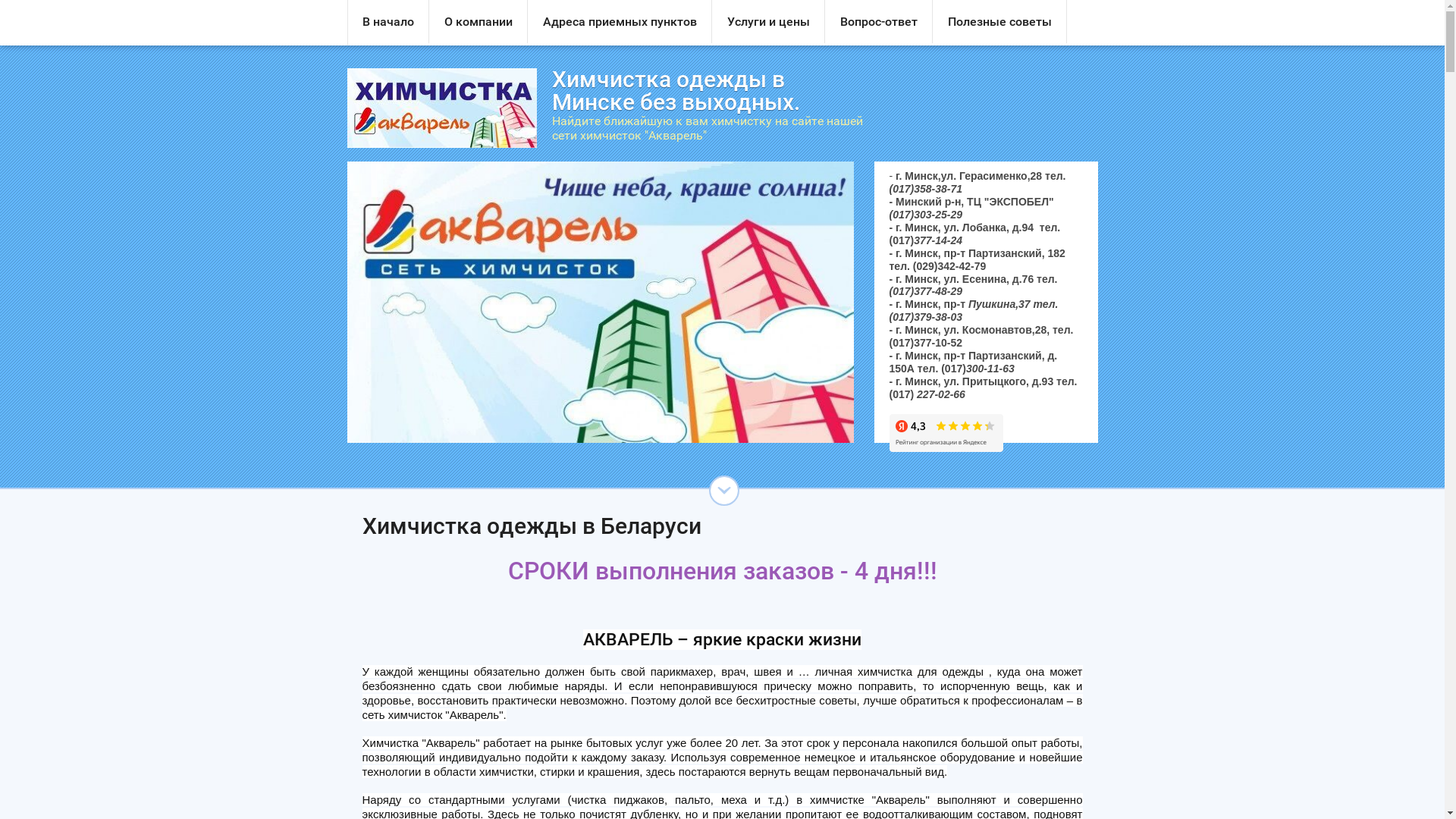  I want to click on '(017)379-38-03', so click(924, 315).